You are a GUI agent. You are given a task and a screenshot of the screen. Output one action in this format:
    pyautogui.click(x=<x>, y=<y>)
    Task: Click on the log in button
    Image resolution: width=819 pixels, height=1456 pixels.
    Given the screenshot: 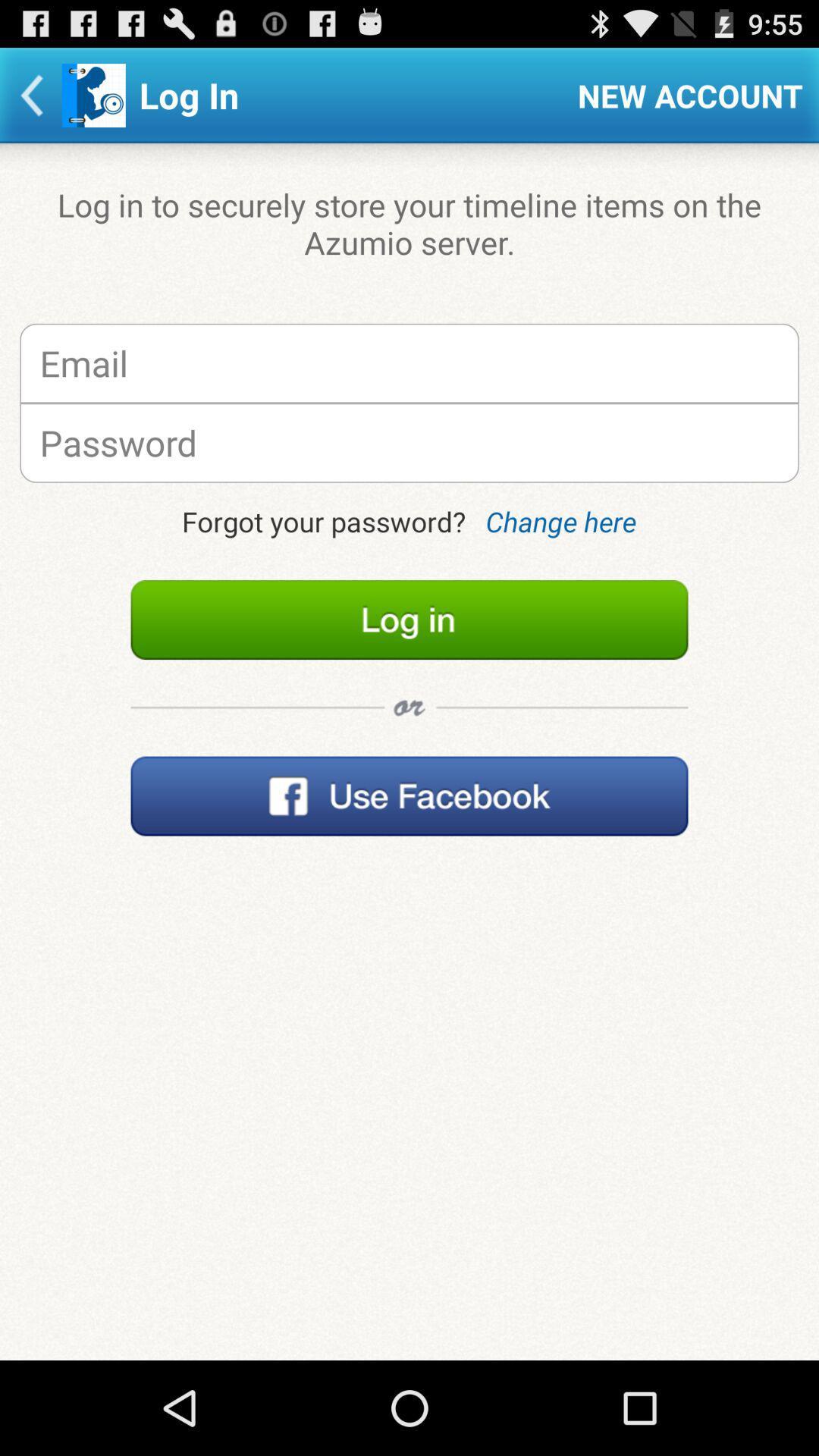 What is the action you would take?
    pyautogui.click(x=409, y=620)
    